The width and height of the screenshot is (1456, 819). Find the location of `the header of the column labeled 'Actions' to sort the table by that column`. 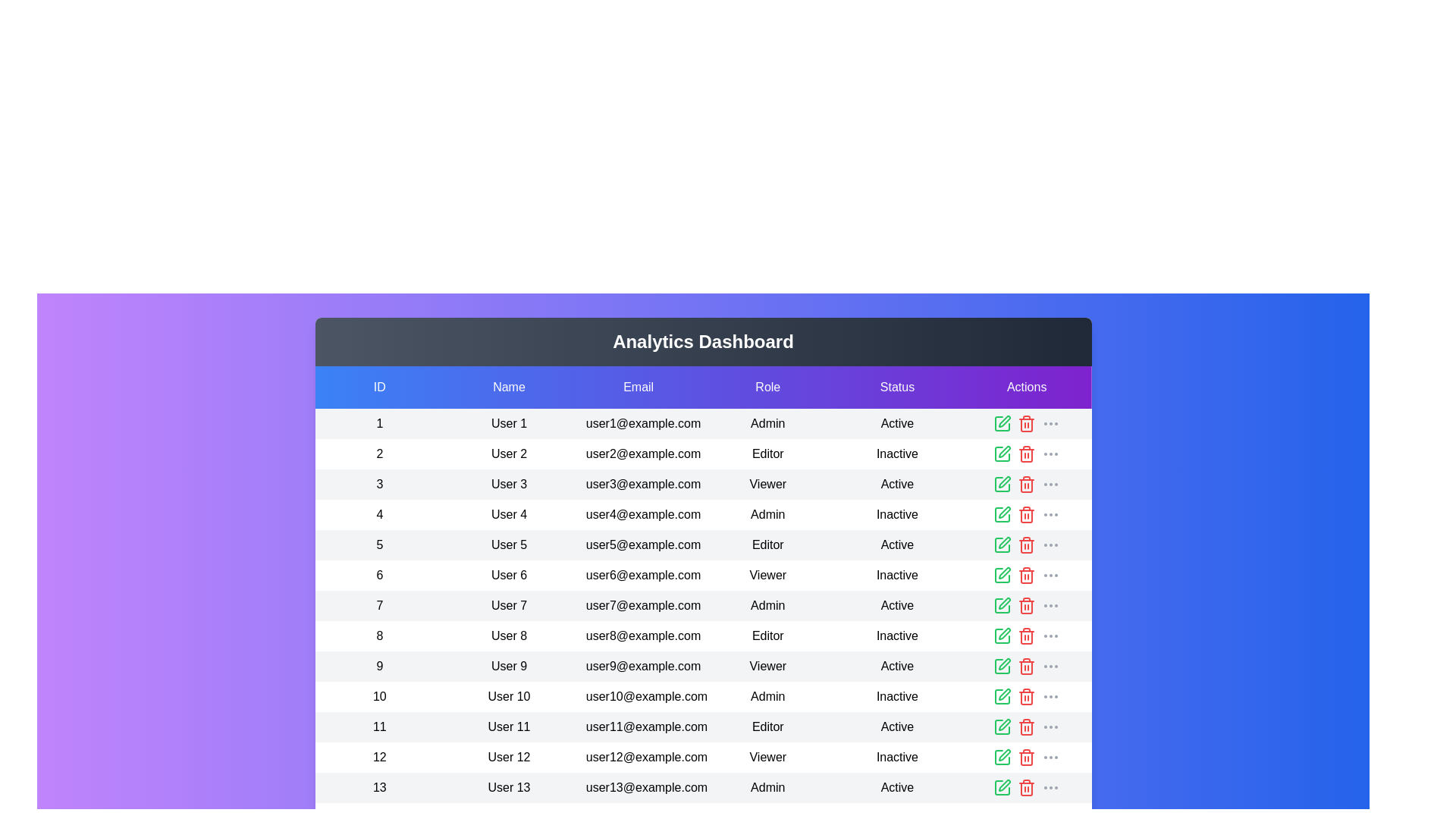

the header of the column labeled 'Actions' to sort the table by that column is located at coordinates (1027, 386).